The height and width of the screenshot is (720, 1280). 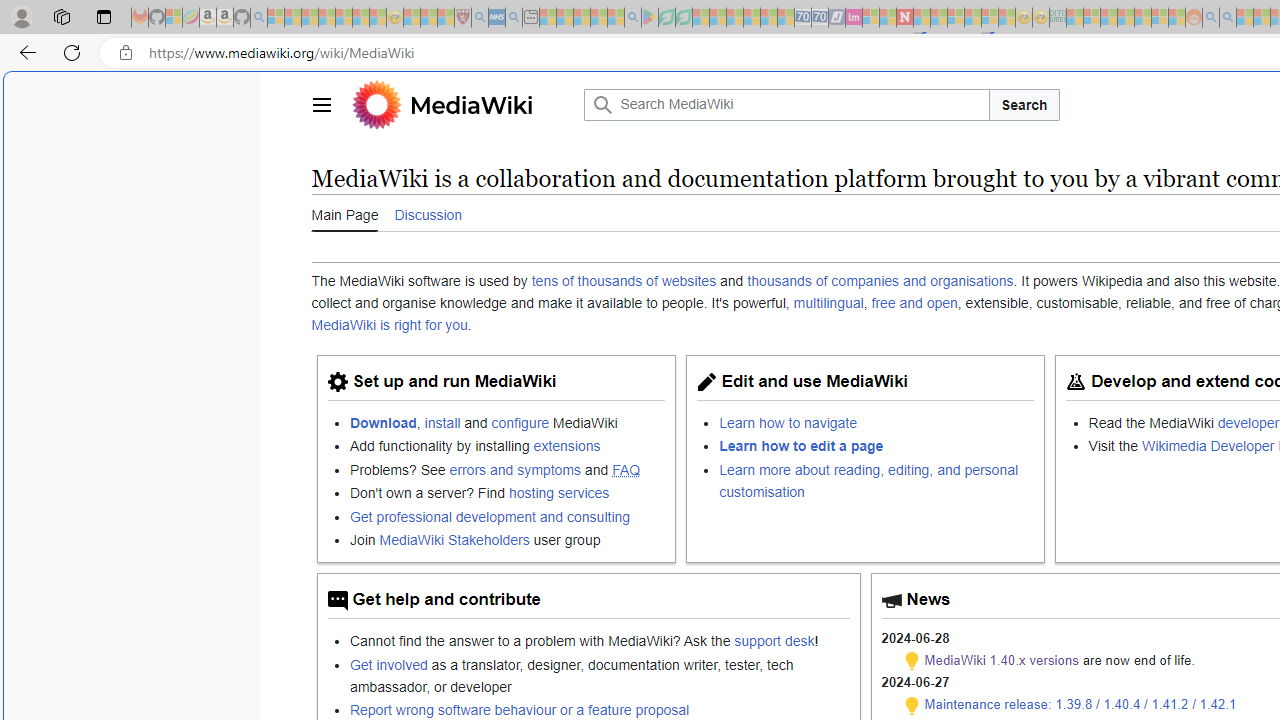 What do you see at coordinates (344, 214) in the screenshot?
I see `'Main Page'` at bounding box center [344, 214].